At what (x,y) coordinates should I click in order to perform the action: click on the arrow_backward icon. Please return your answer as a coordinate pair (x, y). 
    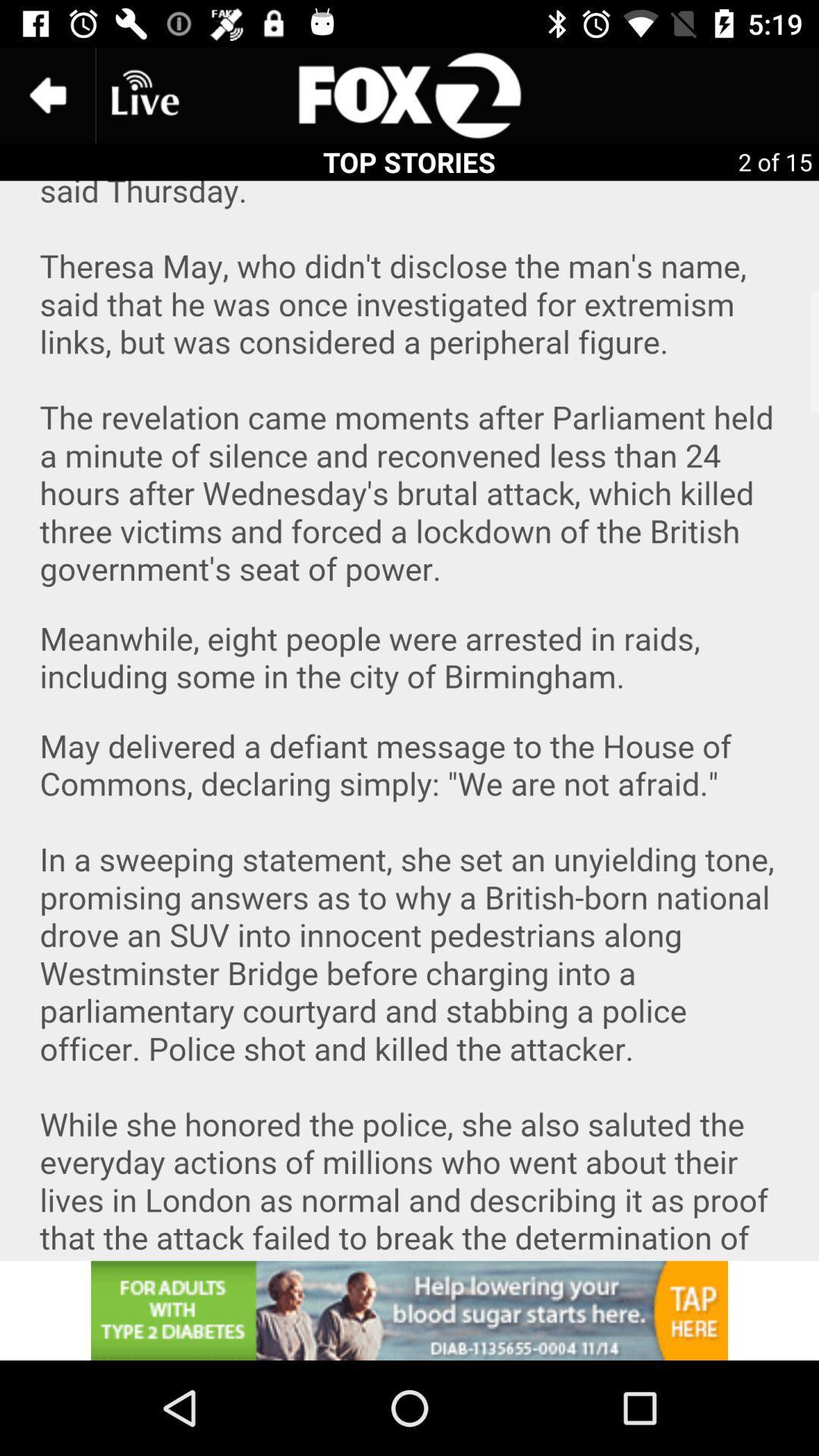
    Looking at the image, I should click on (46, 94).